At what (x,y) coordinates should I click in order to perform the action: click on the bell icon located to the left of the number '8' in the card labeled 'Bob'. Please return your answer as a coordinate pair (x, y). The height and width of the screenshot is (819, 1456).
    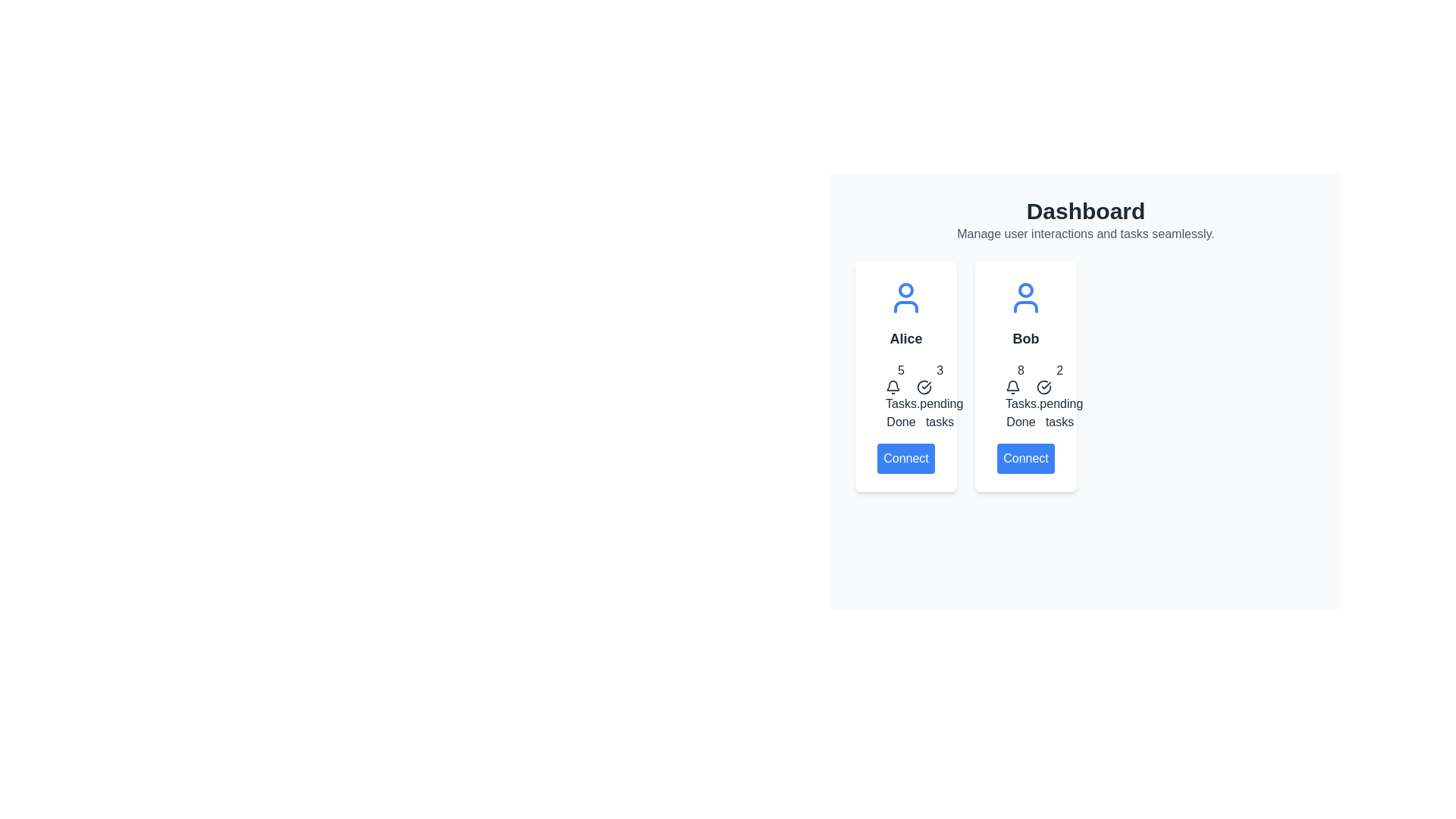
    Looking at the image, I should click on (1012, 386).